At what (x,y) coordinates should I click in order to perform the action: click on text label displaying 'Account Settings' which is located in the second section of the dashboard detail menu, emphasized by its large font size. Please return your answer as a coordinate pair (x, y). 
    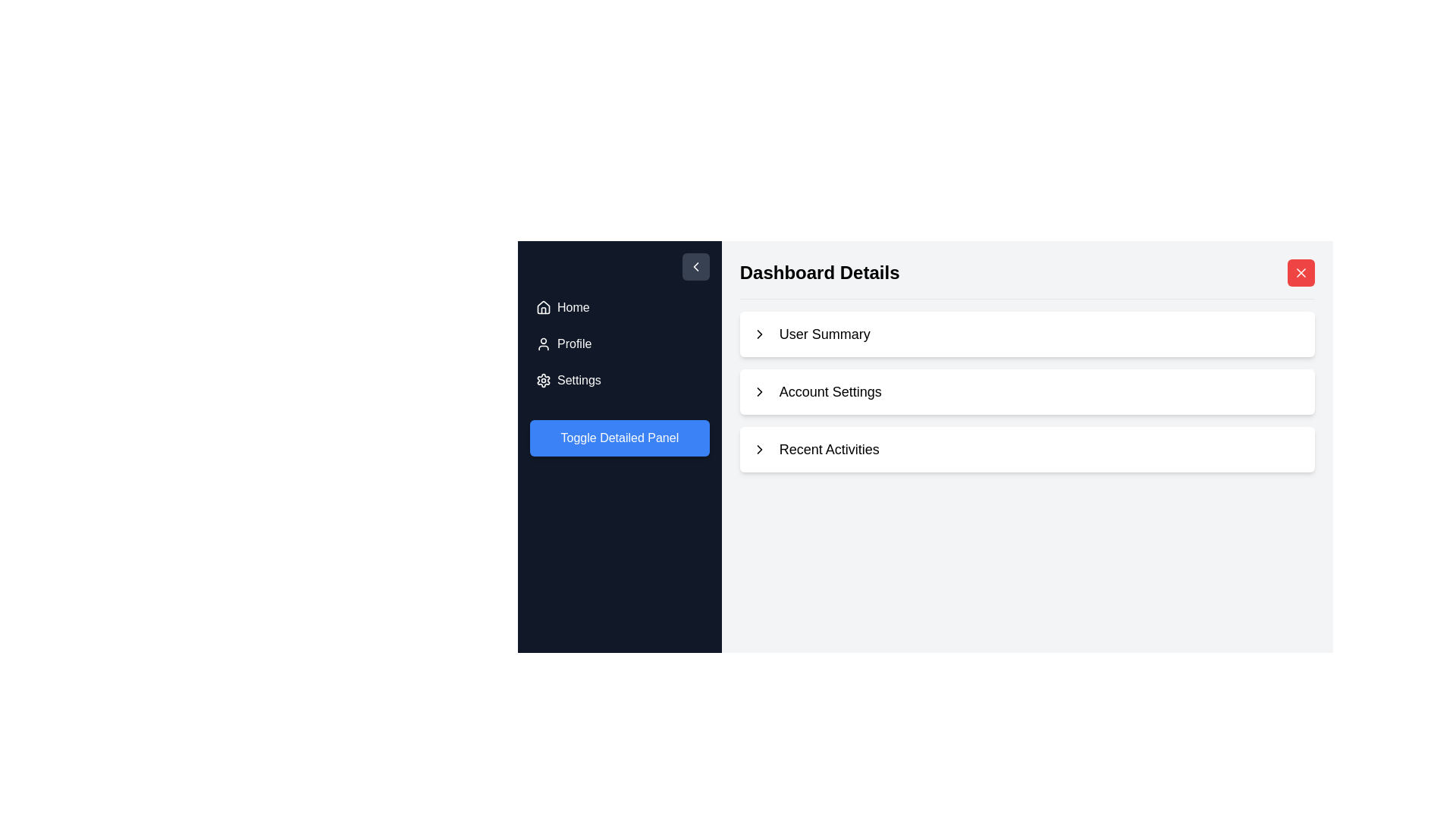
    Looking at the image, I should click on (830, 391).